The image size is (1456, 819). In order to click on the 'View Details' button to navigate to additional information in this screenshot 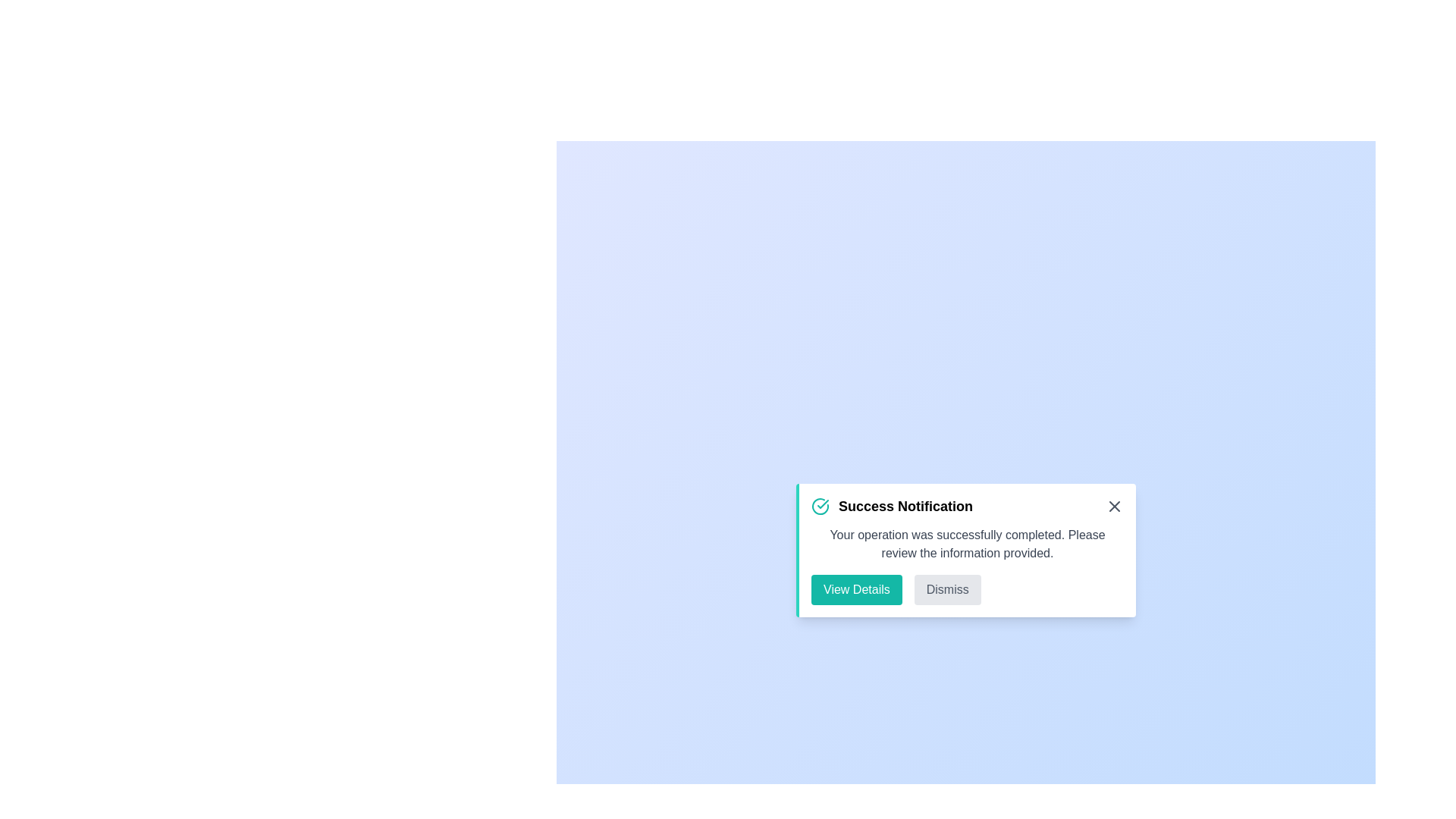, I will do `click(856, 589)`.